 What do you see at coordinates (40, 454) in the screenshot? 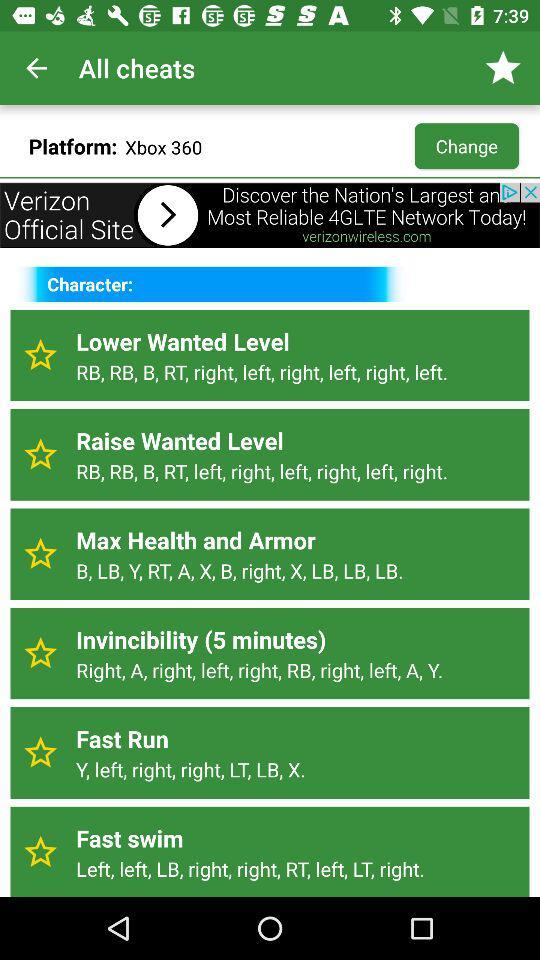
I see `the star icon` at bounding box center [40, 454].